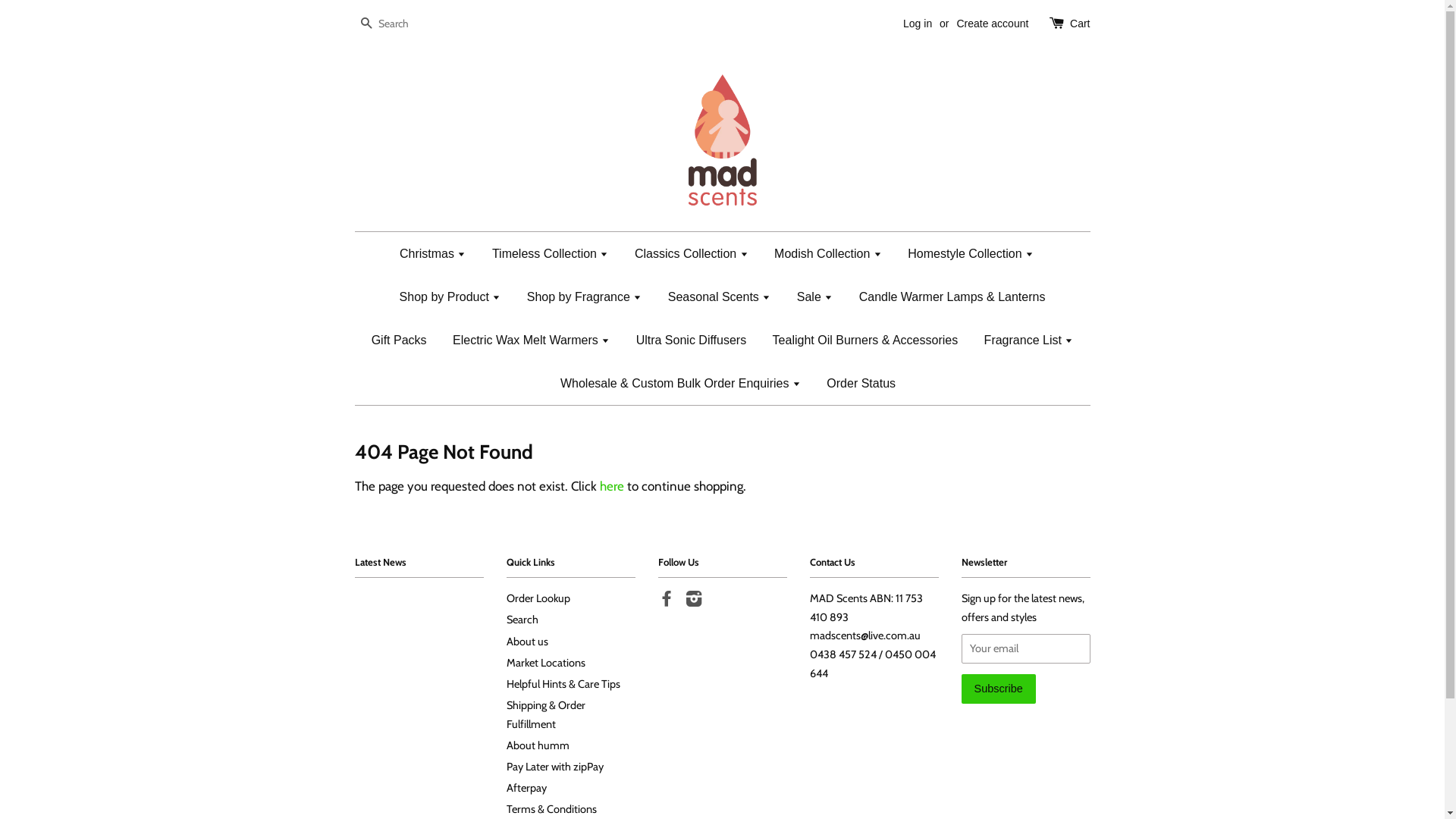 This screenshot has height=819, width=1456. What do you see at coordinates (1079, 24) in the screenshot?
I see `'Cart'` at bounding box center [1079, 24].